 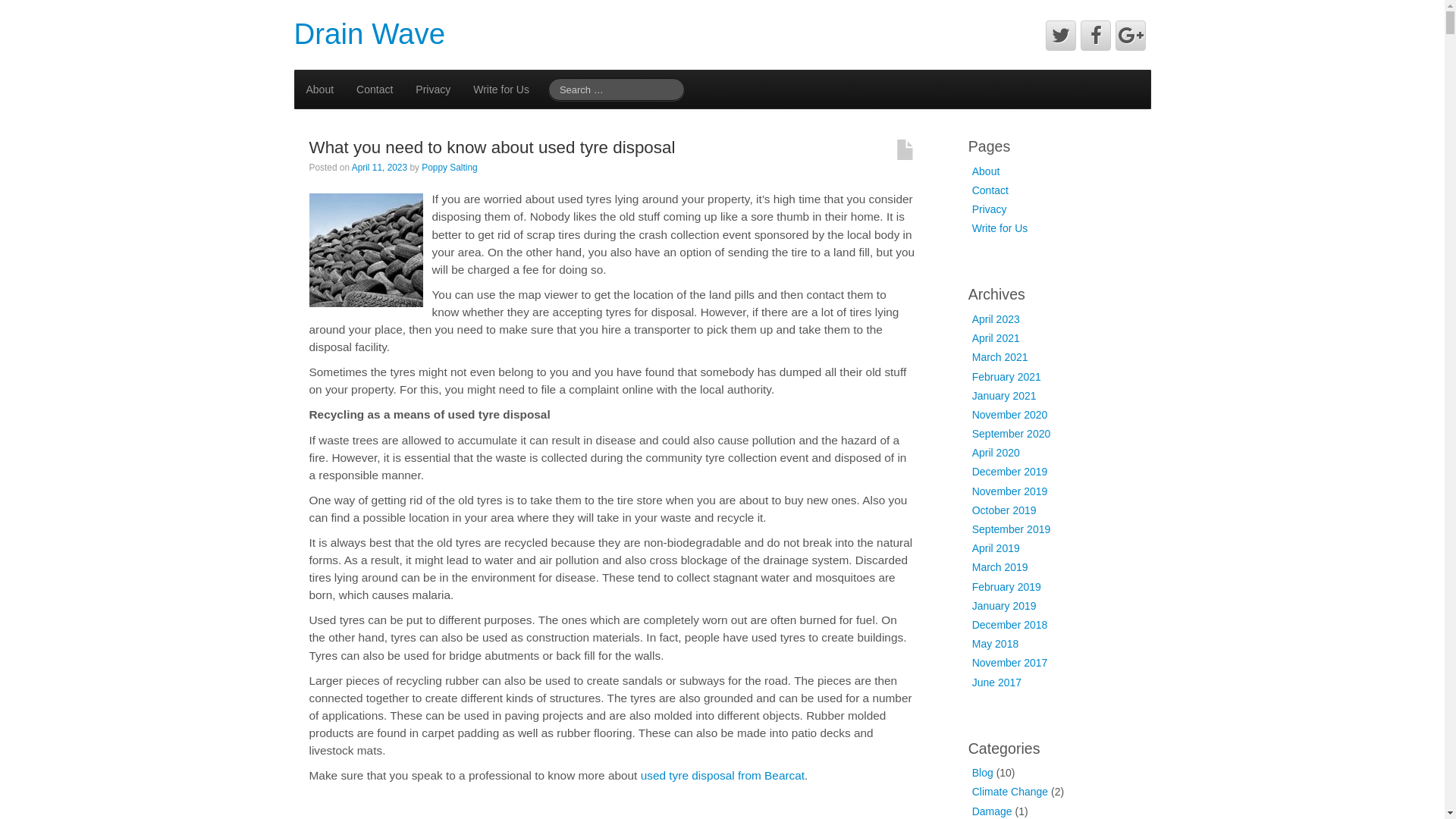 I want to click on 'Drain Wave Facebook', so click(x=1095, y=34).